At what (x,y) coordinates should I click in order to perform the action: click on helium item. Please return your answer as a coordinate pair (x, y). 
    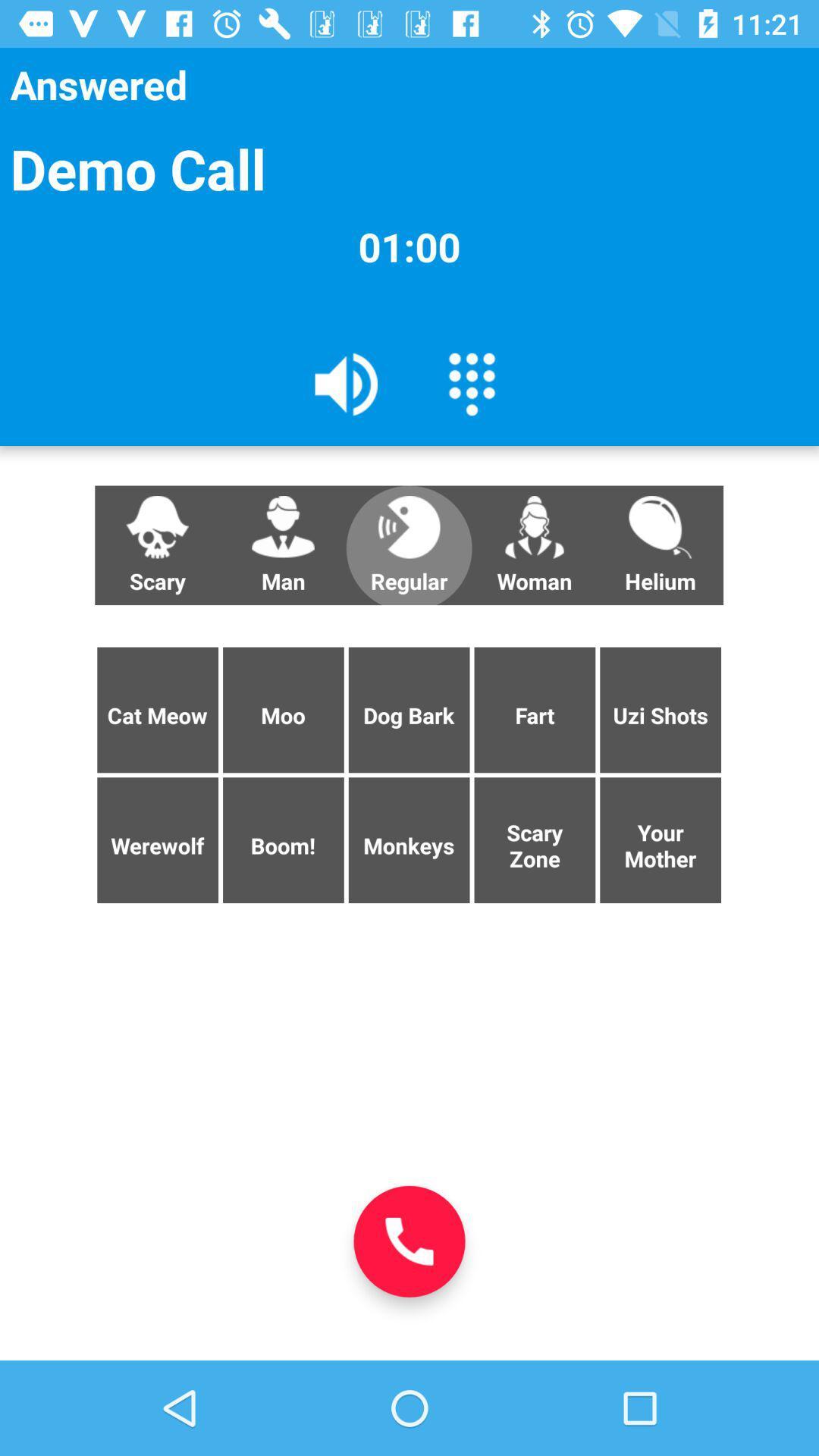
    Looking at the image, I should click on (660, 545).